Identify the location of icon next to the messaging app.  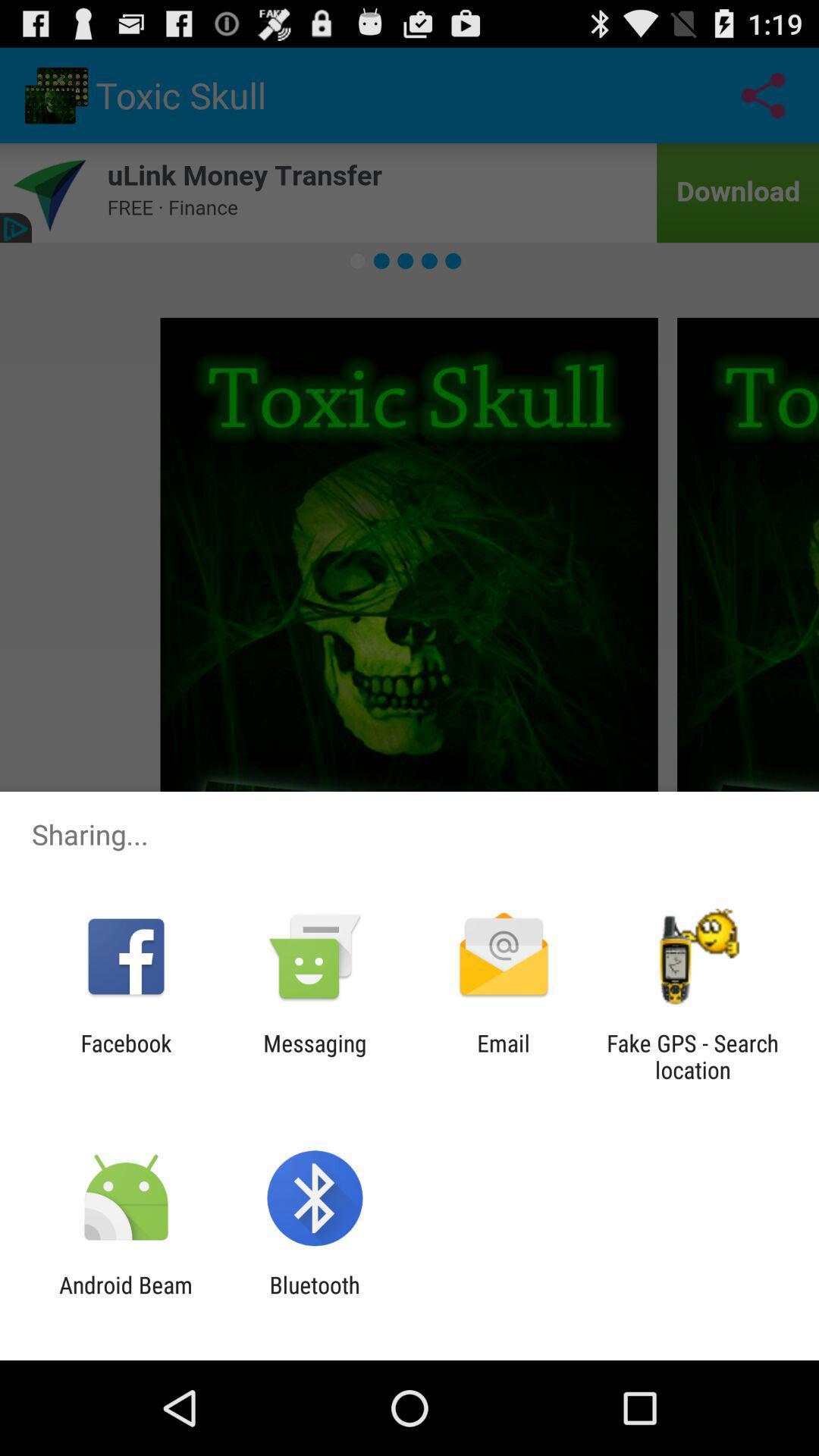
(504, 1056).